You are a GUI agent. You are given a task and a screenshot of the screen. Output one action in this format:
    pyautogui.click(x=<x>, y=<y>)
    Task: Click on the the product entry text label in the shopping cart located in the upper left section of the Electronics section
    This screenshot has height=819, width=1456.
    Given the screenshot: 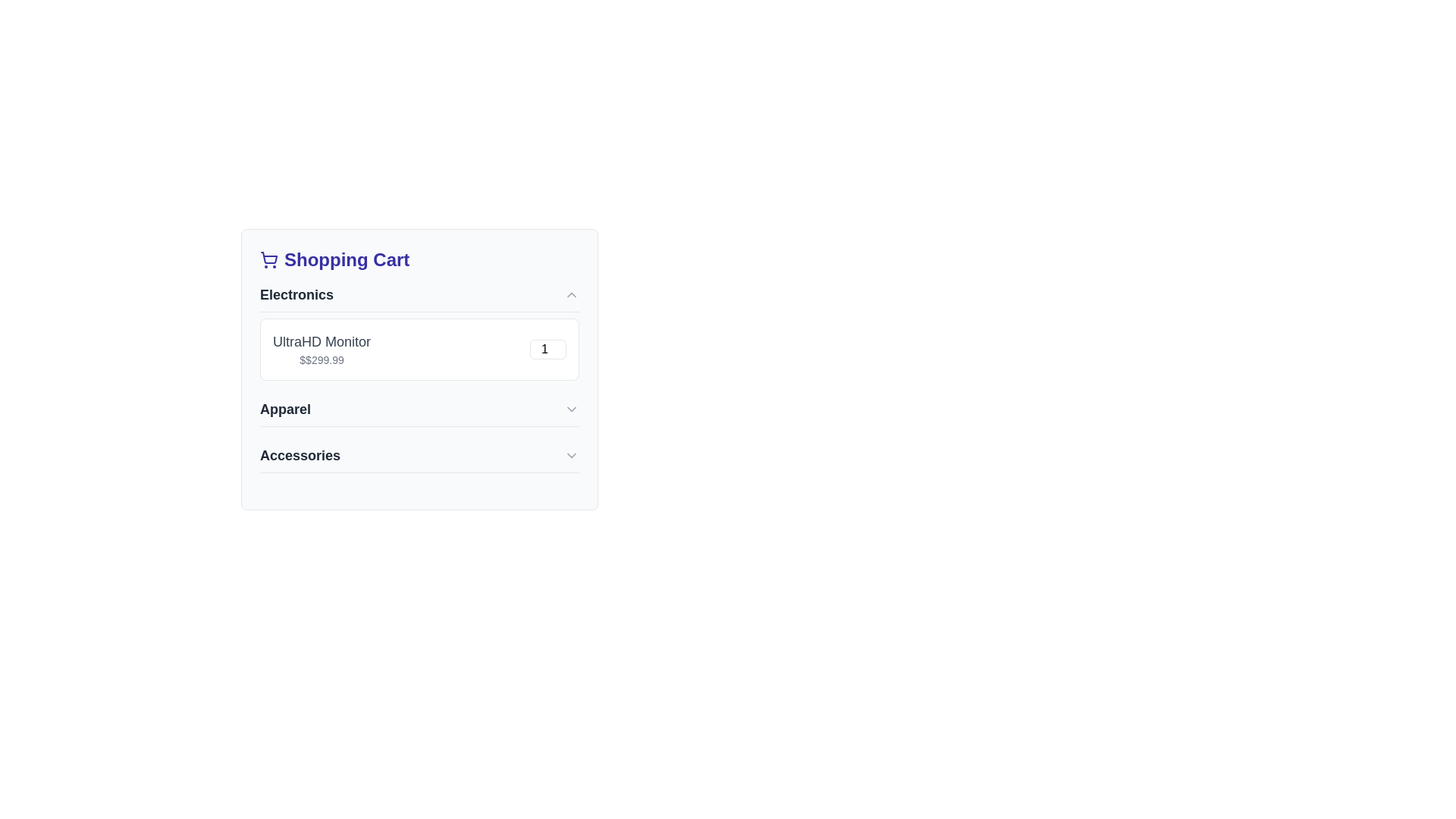 What is the action you would take?
    pyautogui.click(x=321, y=350)
    